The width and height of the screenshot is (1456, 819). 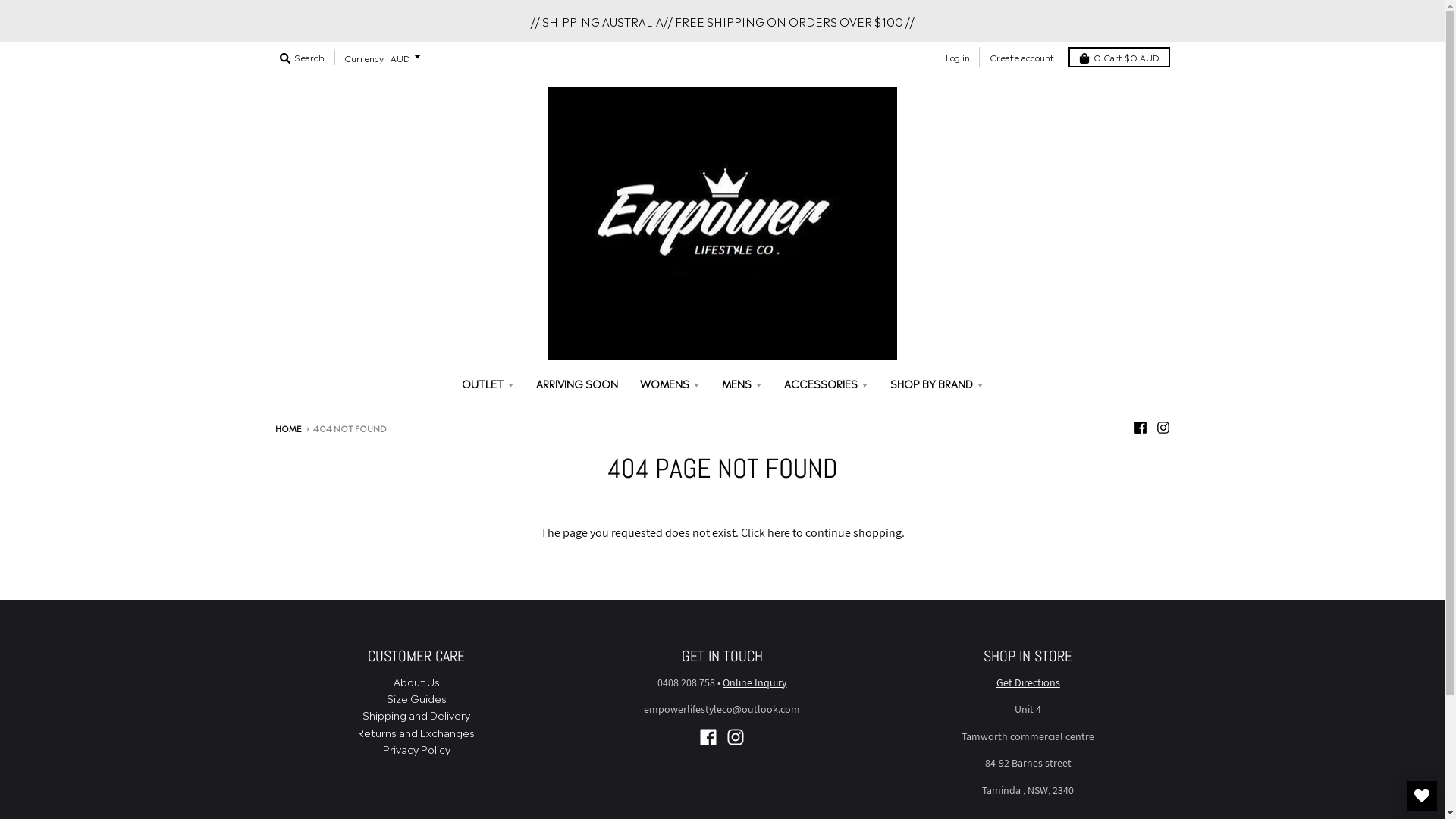 What do you see at coordinates (1028, 681) in the screenshot?
I see `'Get Directions'` at bounding box center [1028, 681].